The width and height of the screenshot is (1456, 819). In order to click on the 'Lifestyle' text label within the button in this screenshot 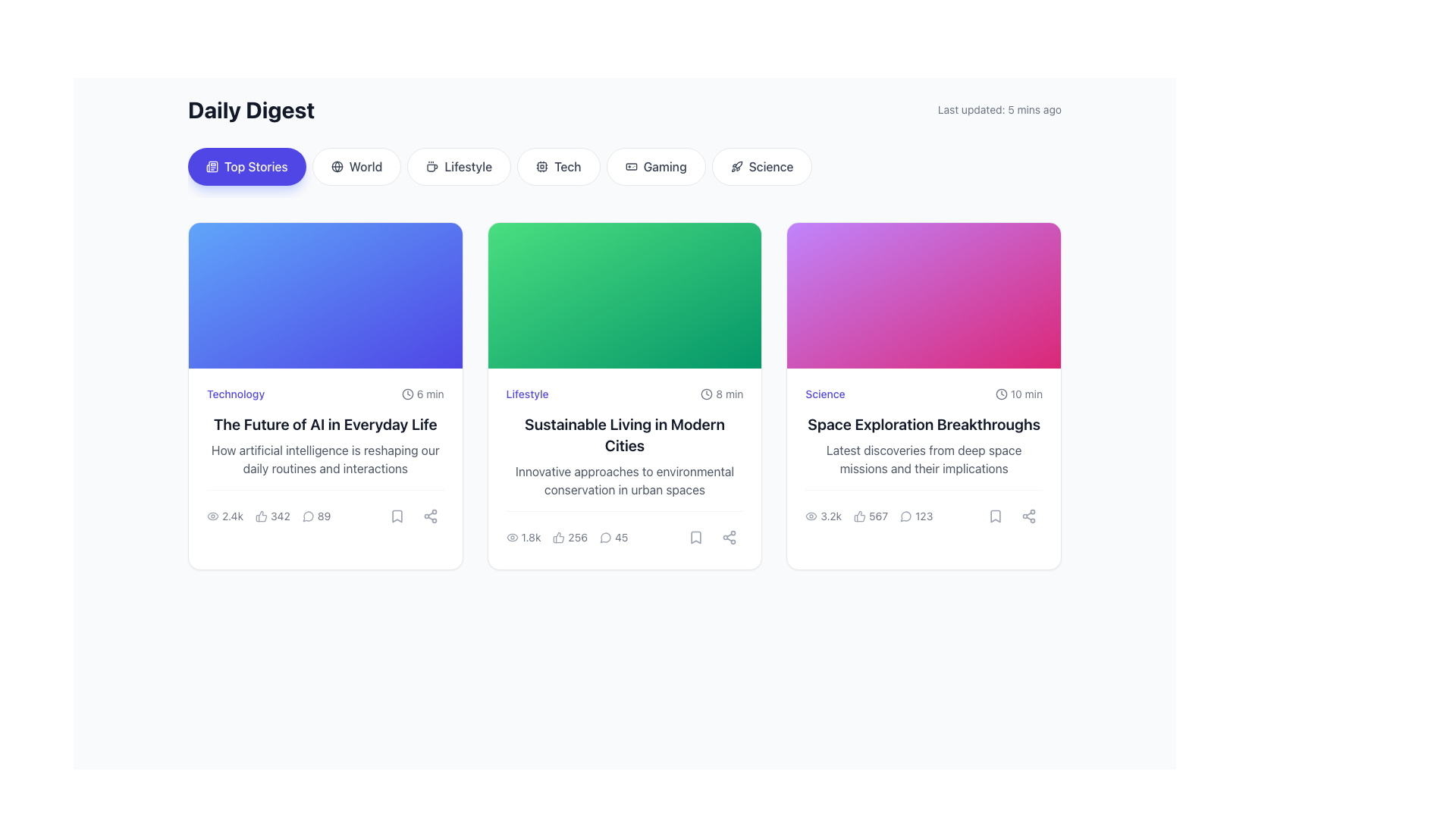, I will do `click(467, 166)`.